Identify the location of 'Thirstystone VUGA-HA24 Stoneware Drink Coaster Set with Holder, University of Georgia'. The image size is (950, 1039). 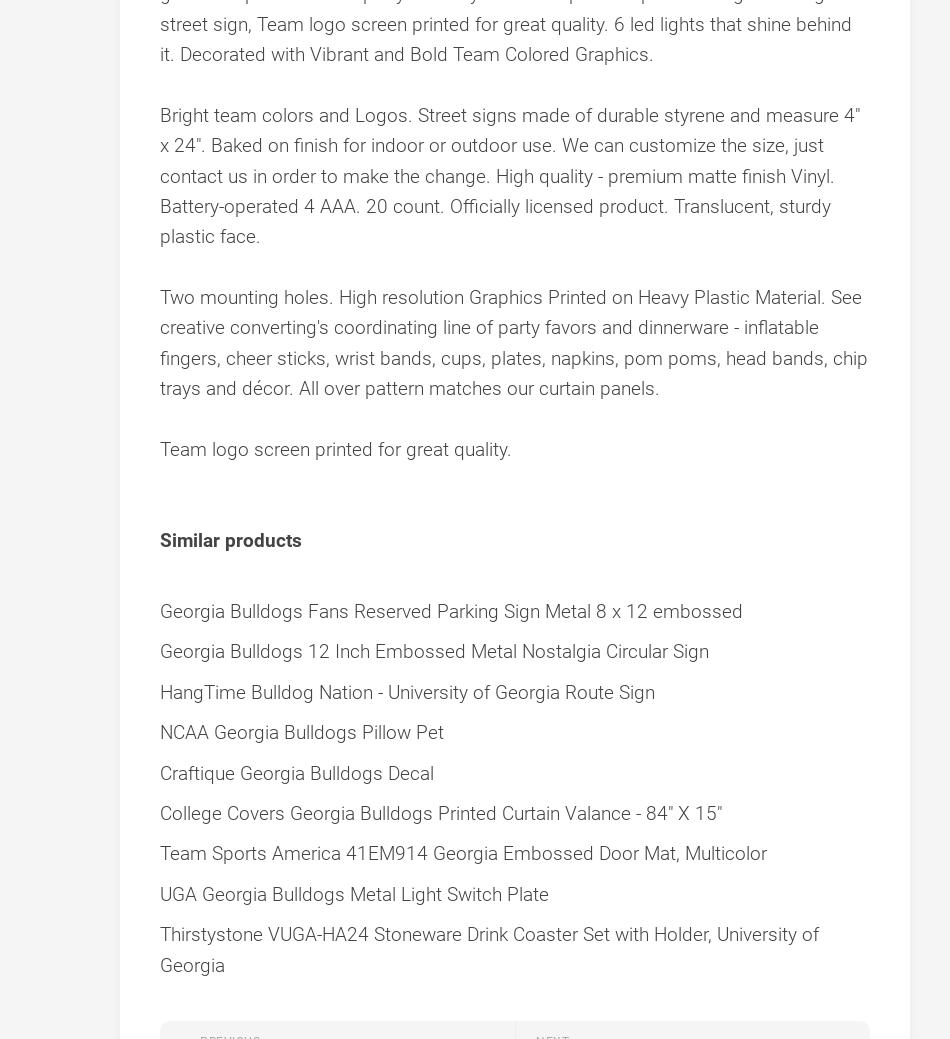
(159, 949).